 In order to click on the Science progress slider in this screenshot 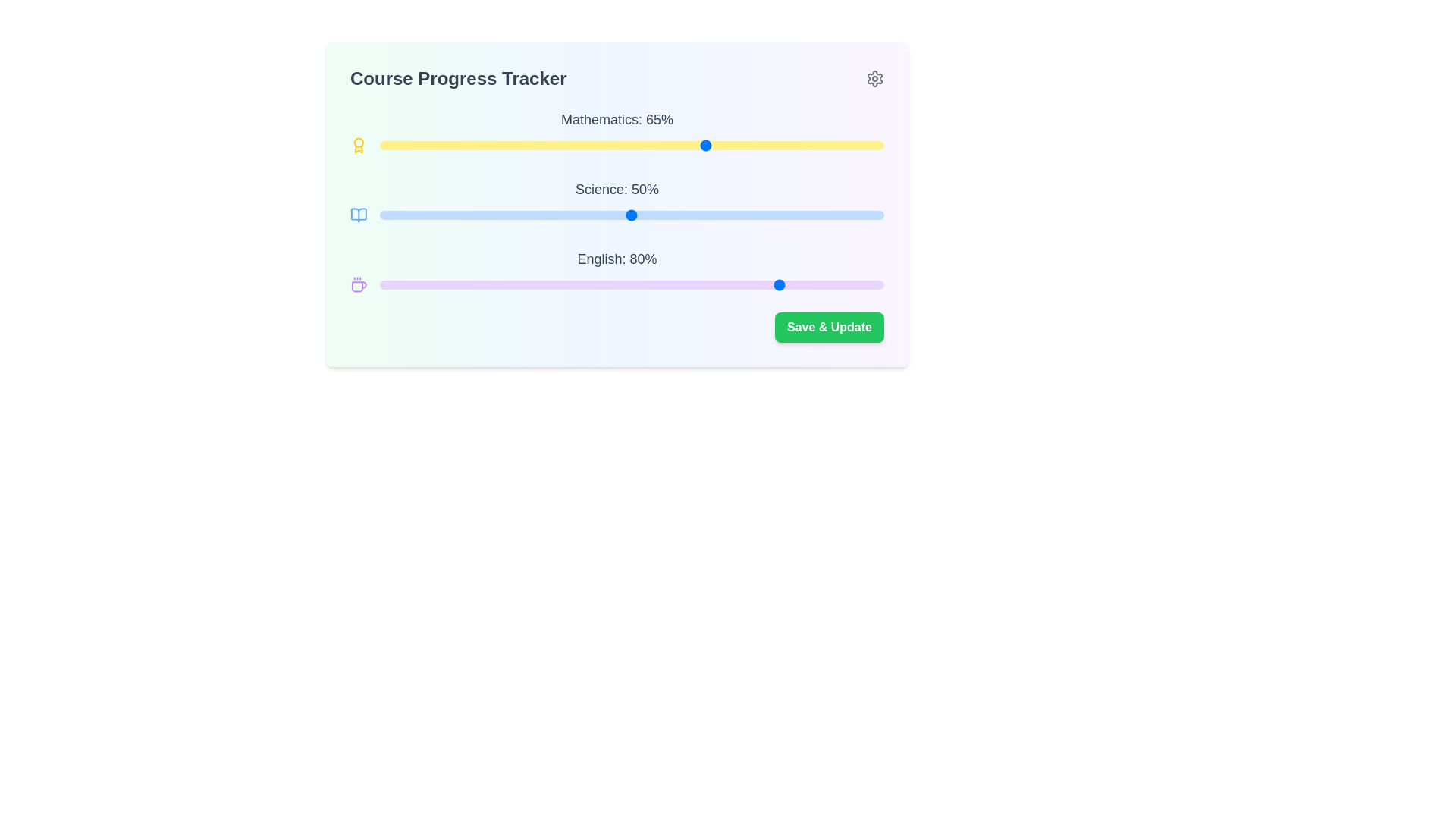, I will do `click(479, 215)`.